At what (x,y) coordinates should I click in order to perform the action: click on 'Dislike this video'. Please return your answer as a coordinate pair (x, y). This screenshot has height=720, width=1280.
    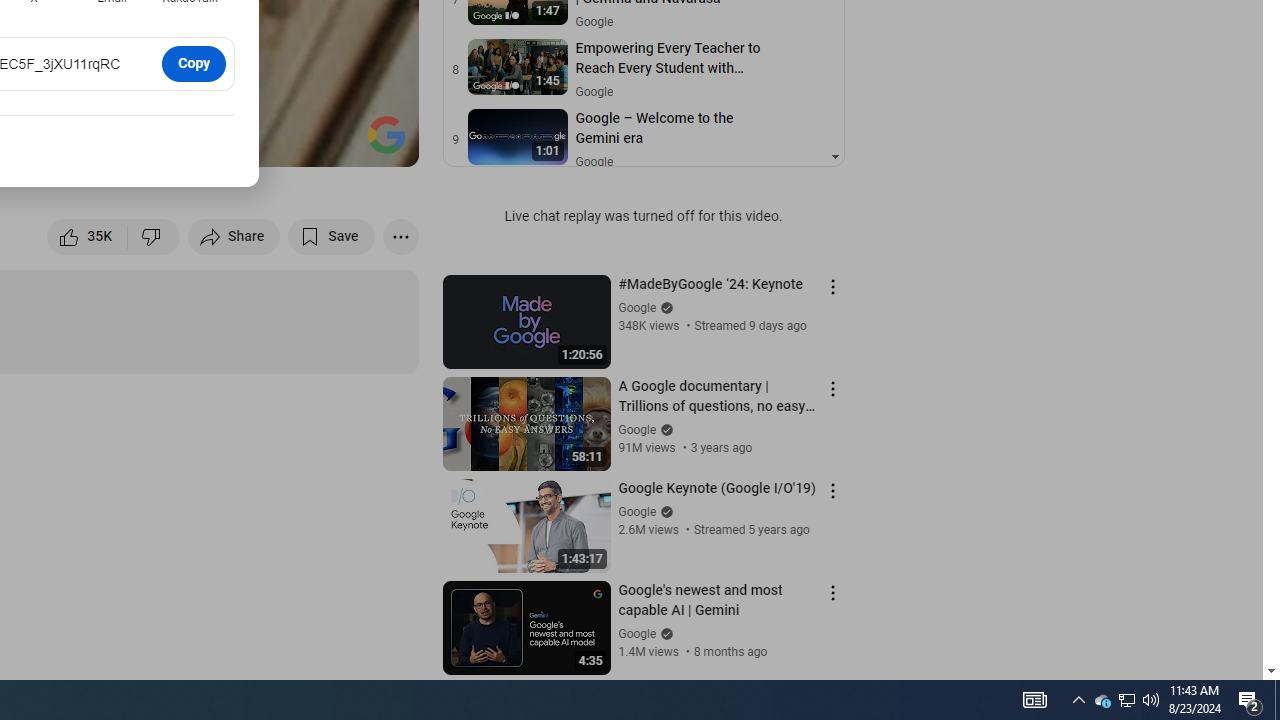
    Looking at the image, I should click on (153, 235).